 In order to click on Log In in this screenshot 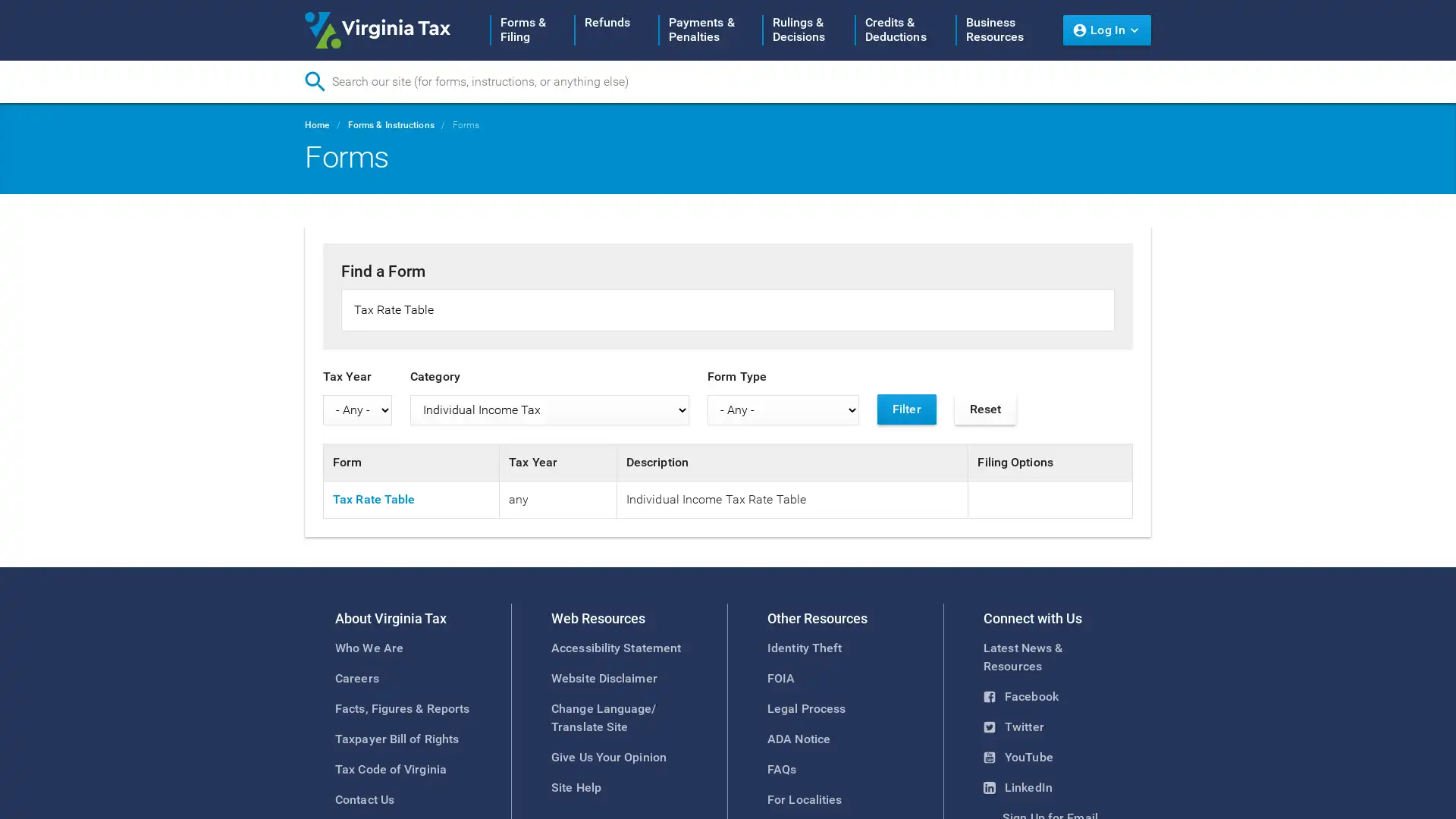, I will do `click(1106, 30)`.